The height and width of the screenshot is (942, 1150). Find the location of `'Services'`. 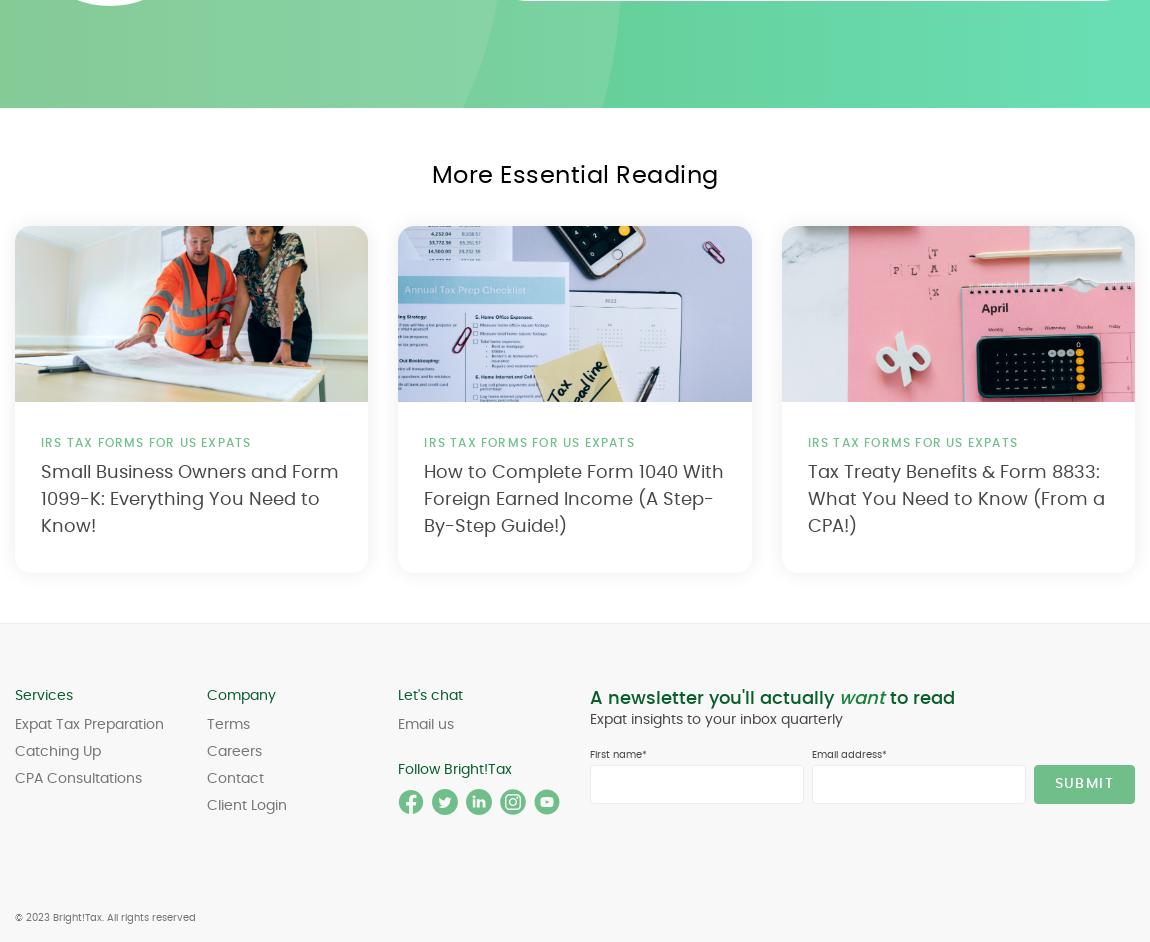

'Services' is located at coordinates (43, 696).